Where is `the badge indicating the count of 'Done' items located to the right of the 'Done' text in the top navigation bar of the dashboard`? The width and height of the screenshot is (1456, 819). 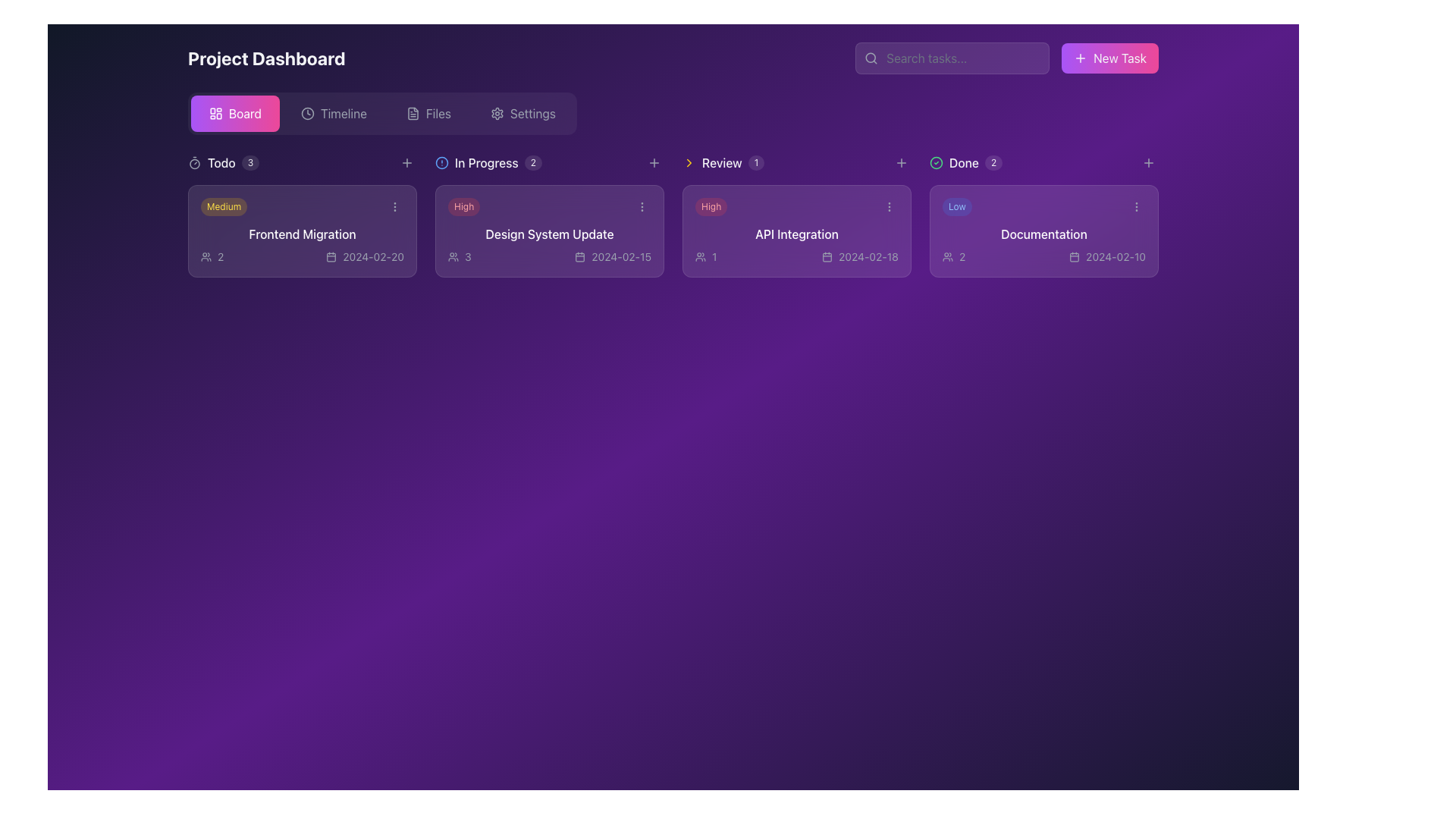 the badge indicating the count of 'Done' items located to the right of the 'Done' text in the top navigation bar of the dashboard is located at coordinates (993, 163).